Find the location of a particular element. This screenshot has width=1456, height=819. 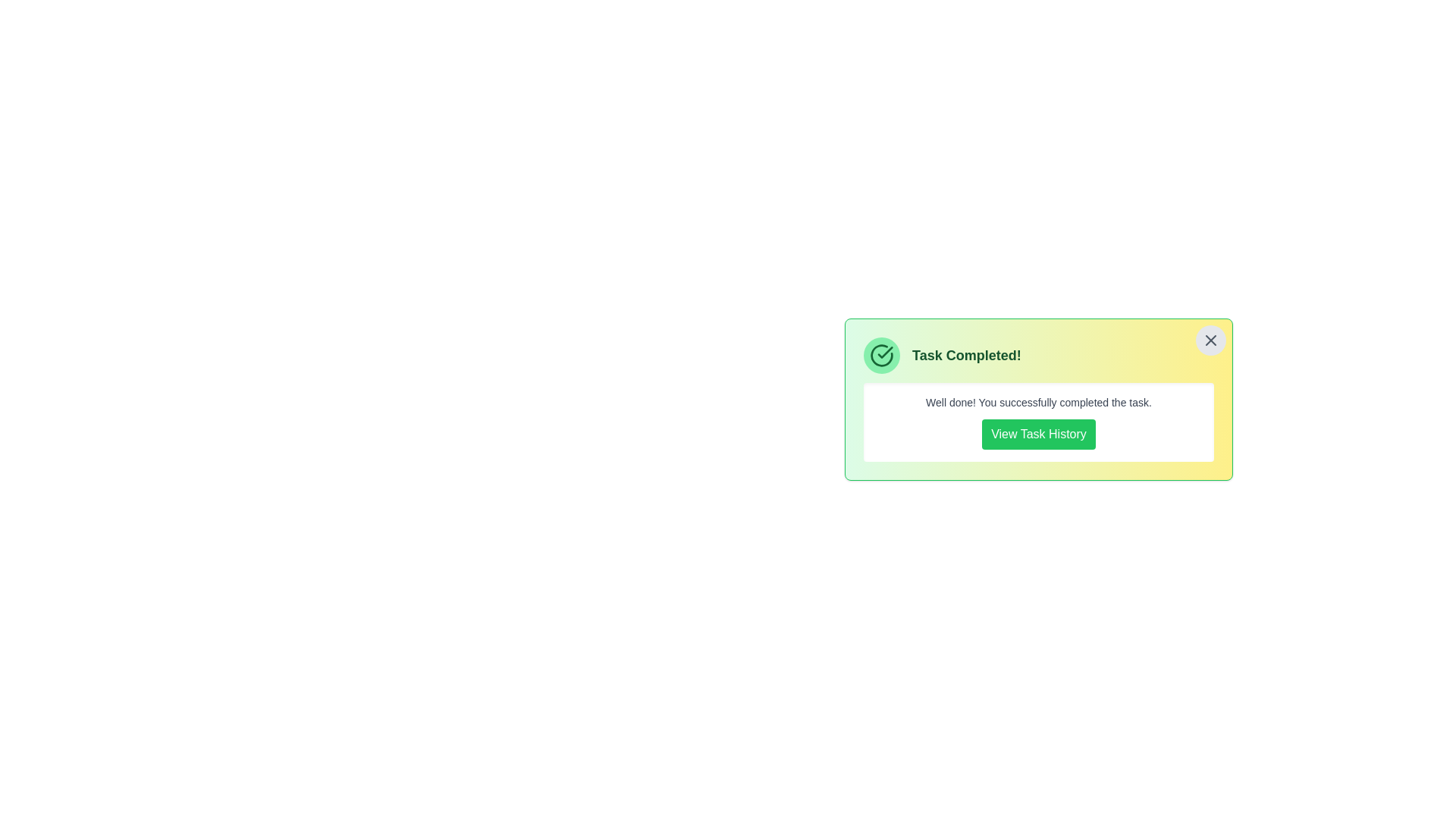

the close button to observe the hover effect is located at coordinates (1210, 339).